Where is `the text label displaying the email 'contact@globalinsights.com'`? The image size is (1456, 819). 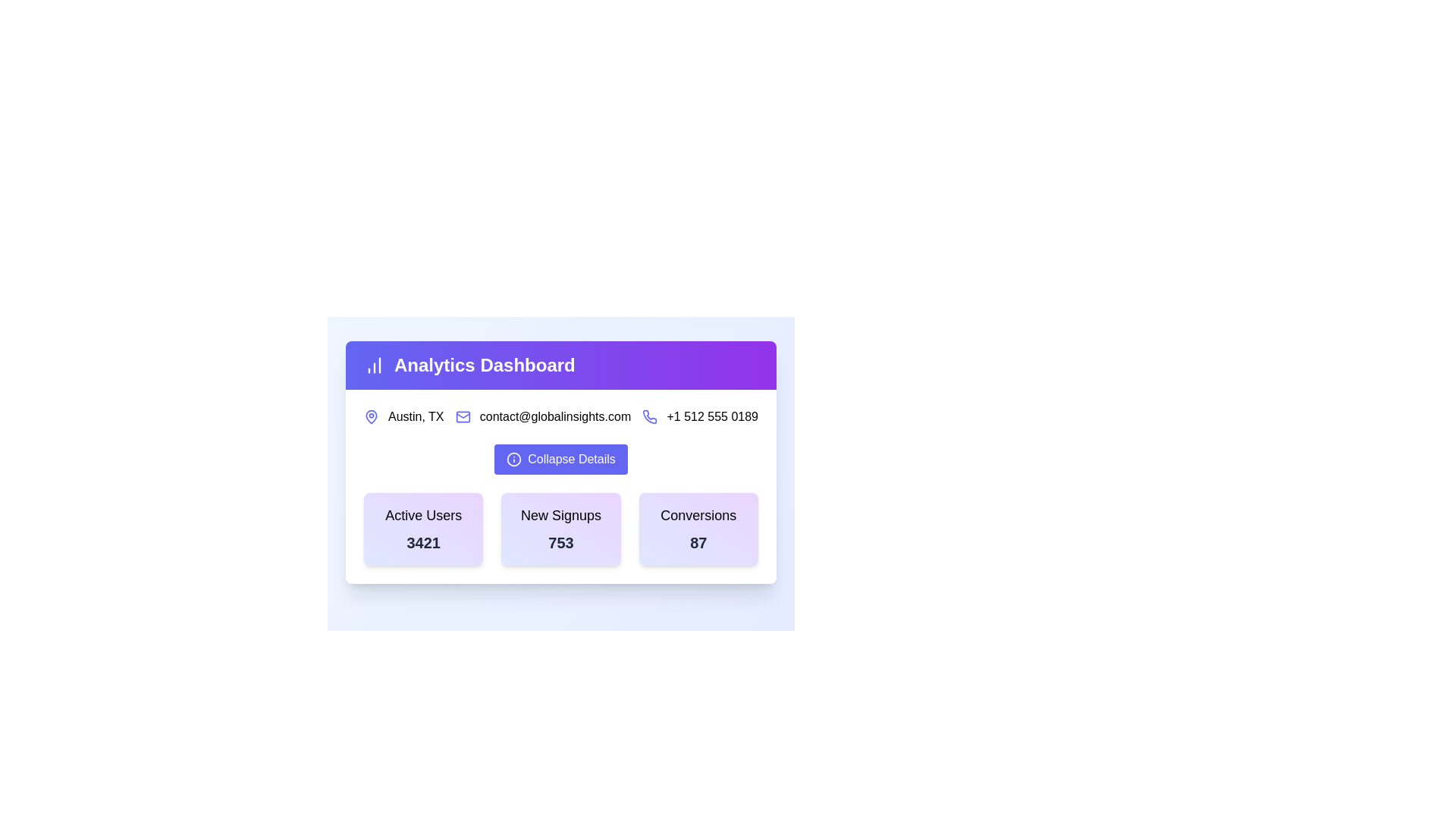 the text label displaying the email 'contact@globalinsights.com' is located at coordinates (554, 417).